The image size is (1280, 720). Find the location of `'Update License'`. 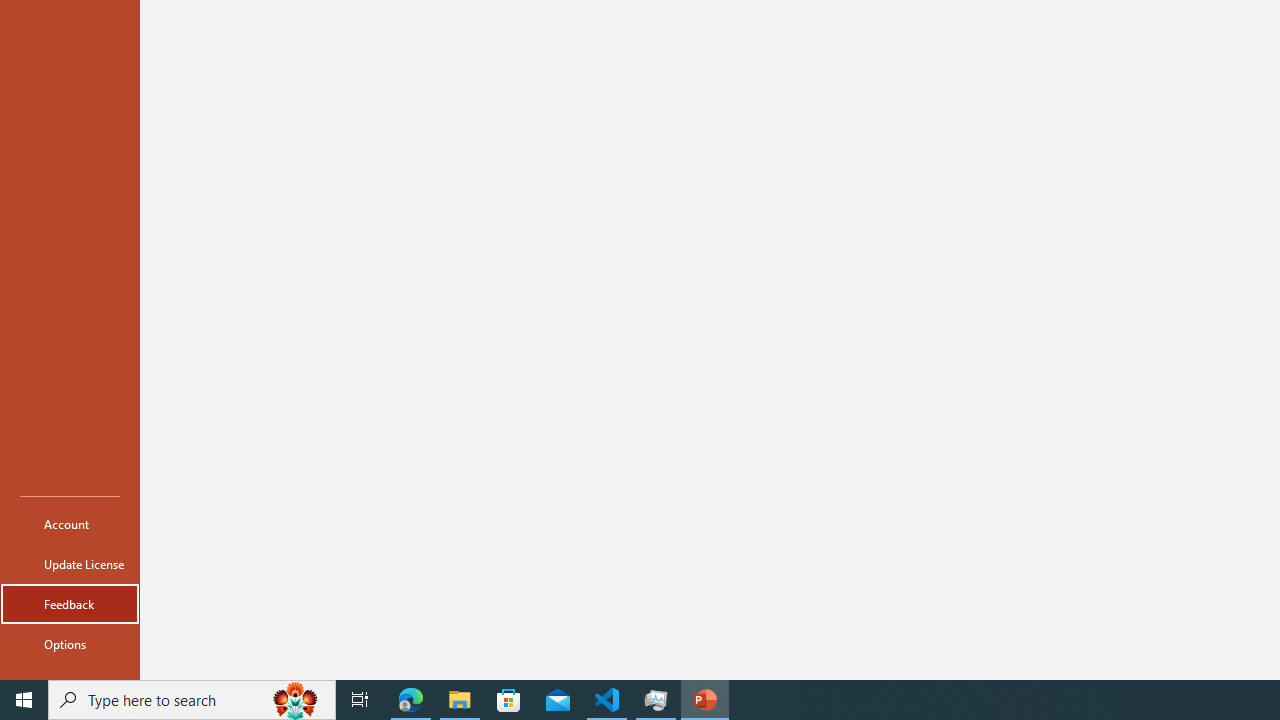

'Update License' is located at coordinates (69, 564).